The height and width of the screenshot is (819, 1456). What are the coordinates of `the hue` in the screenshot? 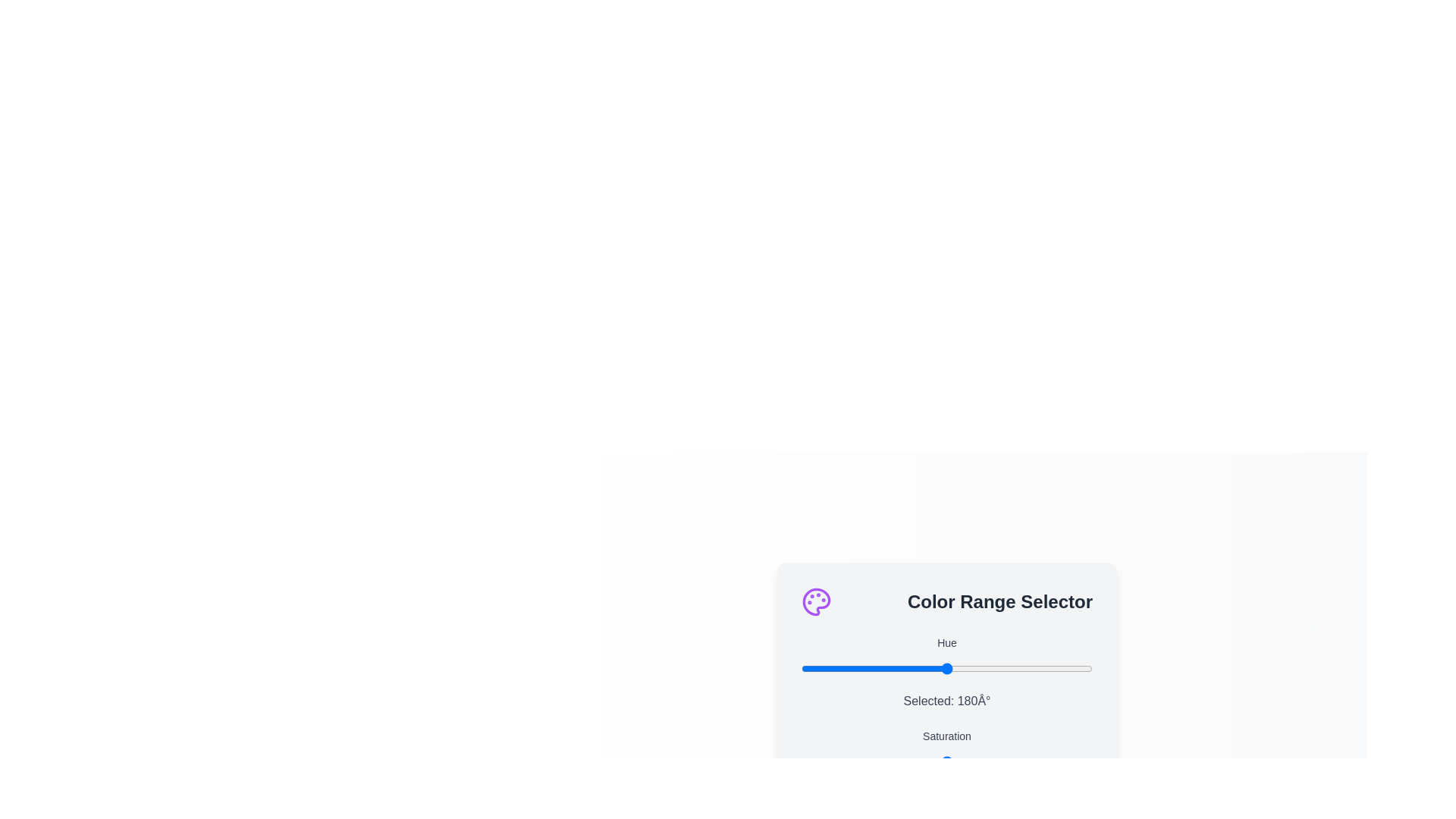 It's located at (823, 667).